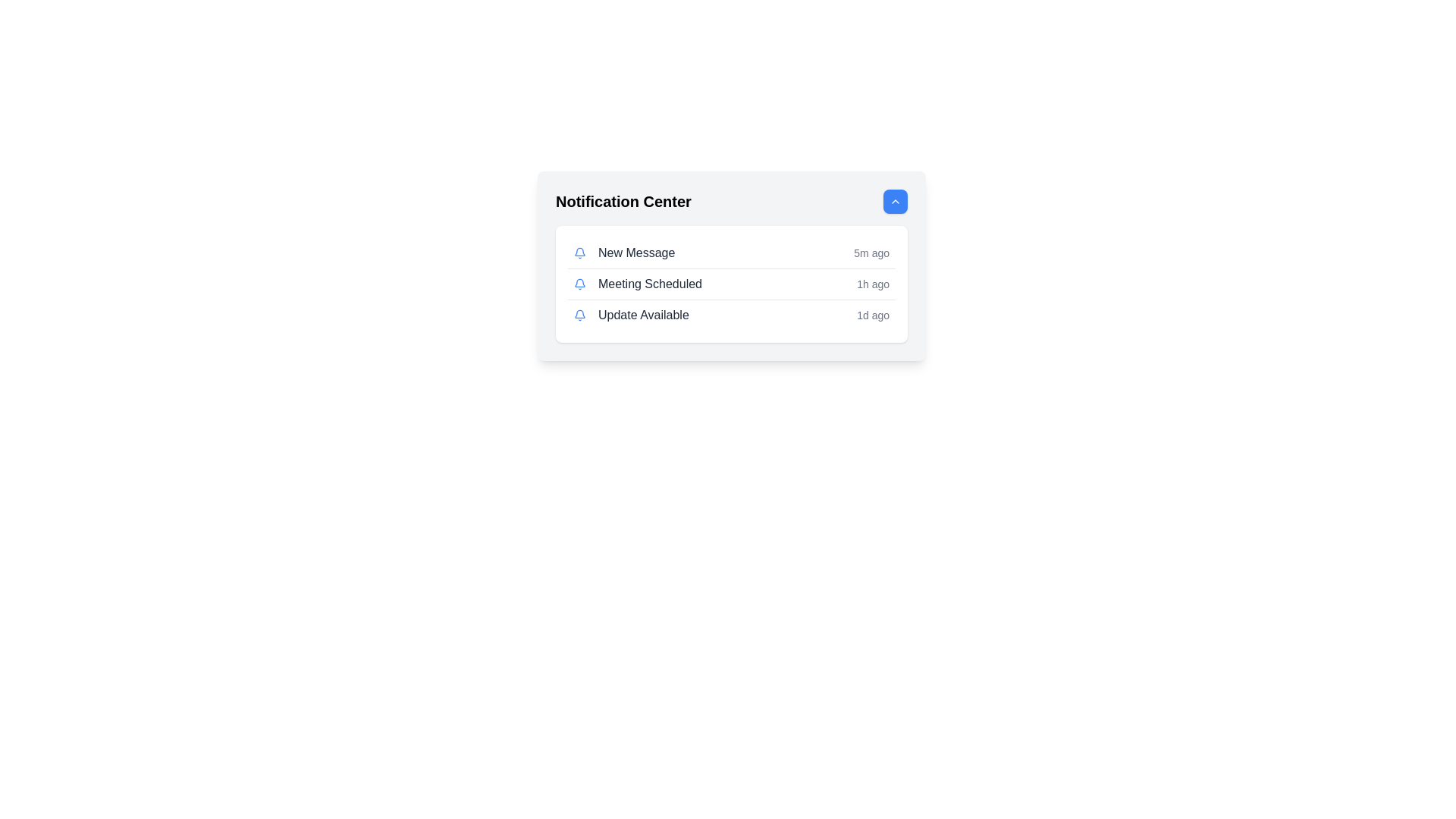 The height and width of the screenshot is (819, 1456). Describe the element at coordinates (579, 253) in the screenshot. I see `the bell icon with a blue outline located to the left of the 'New Message' text in the notification list` at that location.